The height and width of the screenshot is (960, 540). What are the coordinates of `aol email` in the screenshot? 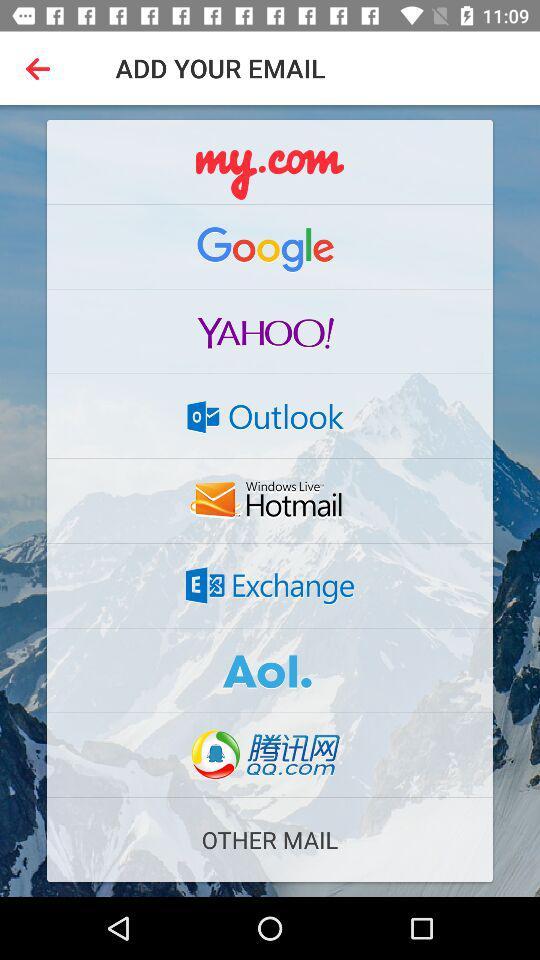 It's located at (270, 670).